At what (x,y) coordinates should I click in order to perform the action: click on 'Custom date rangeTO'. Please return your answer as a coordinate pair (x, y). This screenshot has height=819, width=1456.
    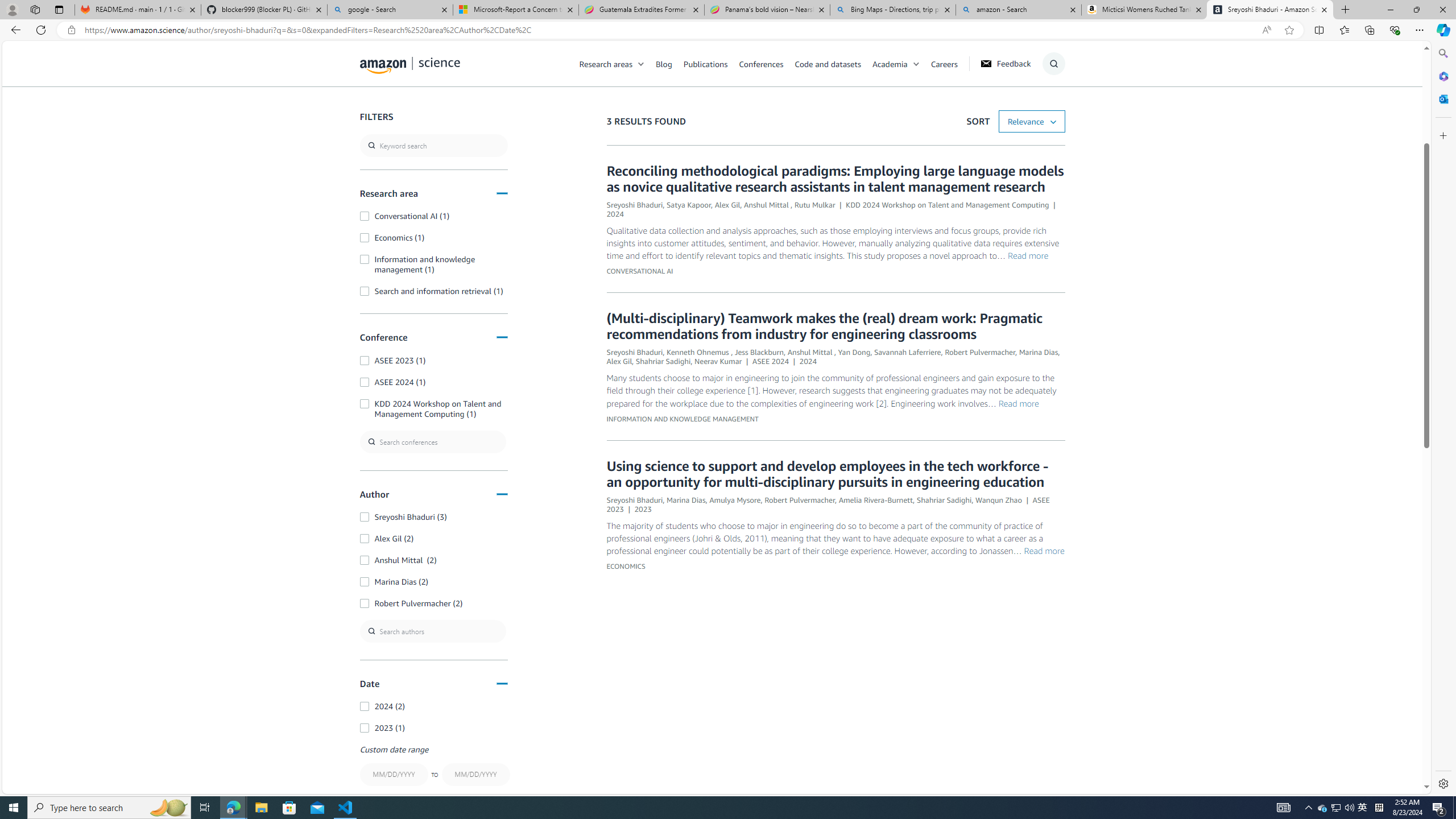
    Looking at the image, I should click on (433, 767).